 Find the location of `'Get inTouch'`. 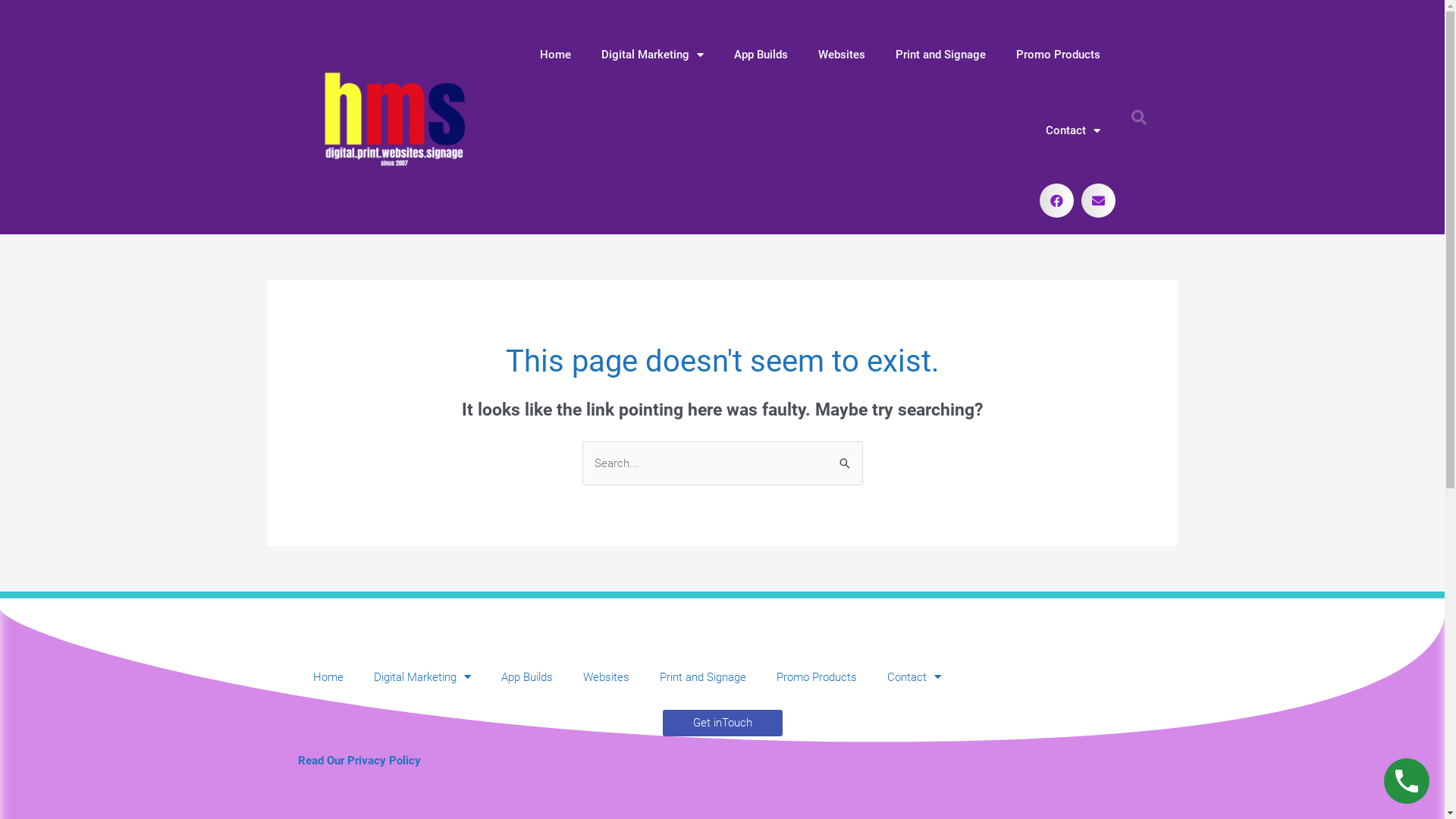

'Get inTouch' is located at coordinates (722, 722).